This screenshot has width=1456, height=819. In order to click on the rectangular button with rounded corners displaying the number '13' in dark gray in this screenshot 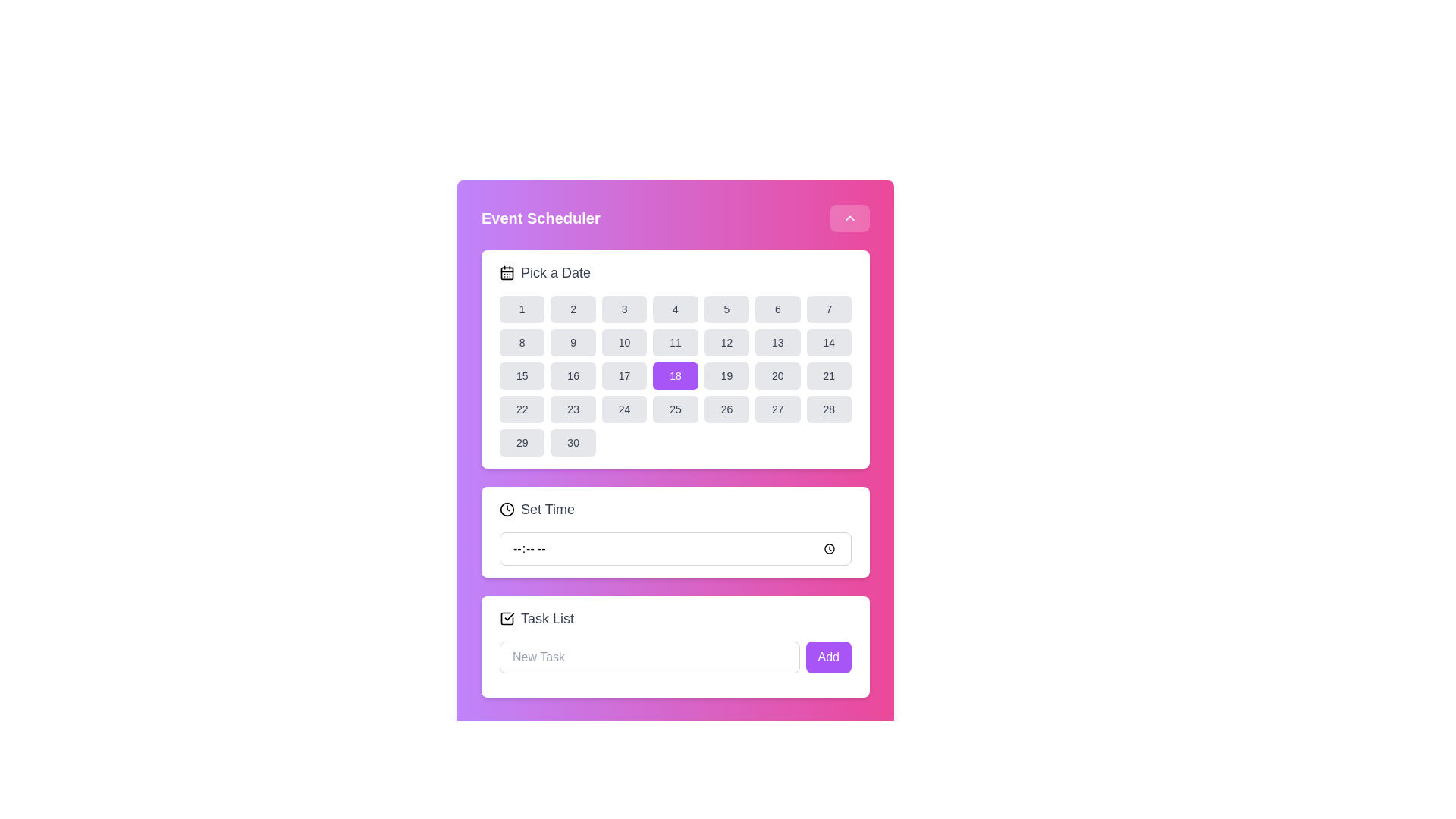, I will do `click(777, 342)`.